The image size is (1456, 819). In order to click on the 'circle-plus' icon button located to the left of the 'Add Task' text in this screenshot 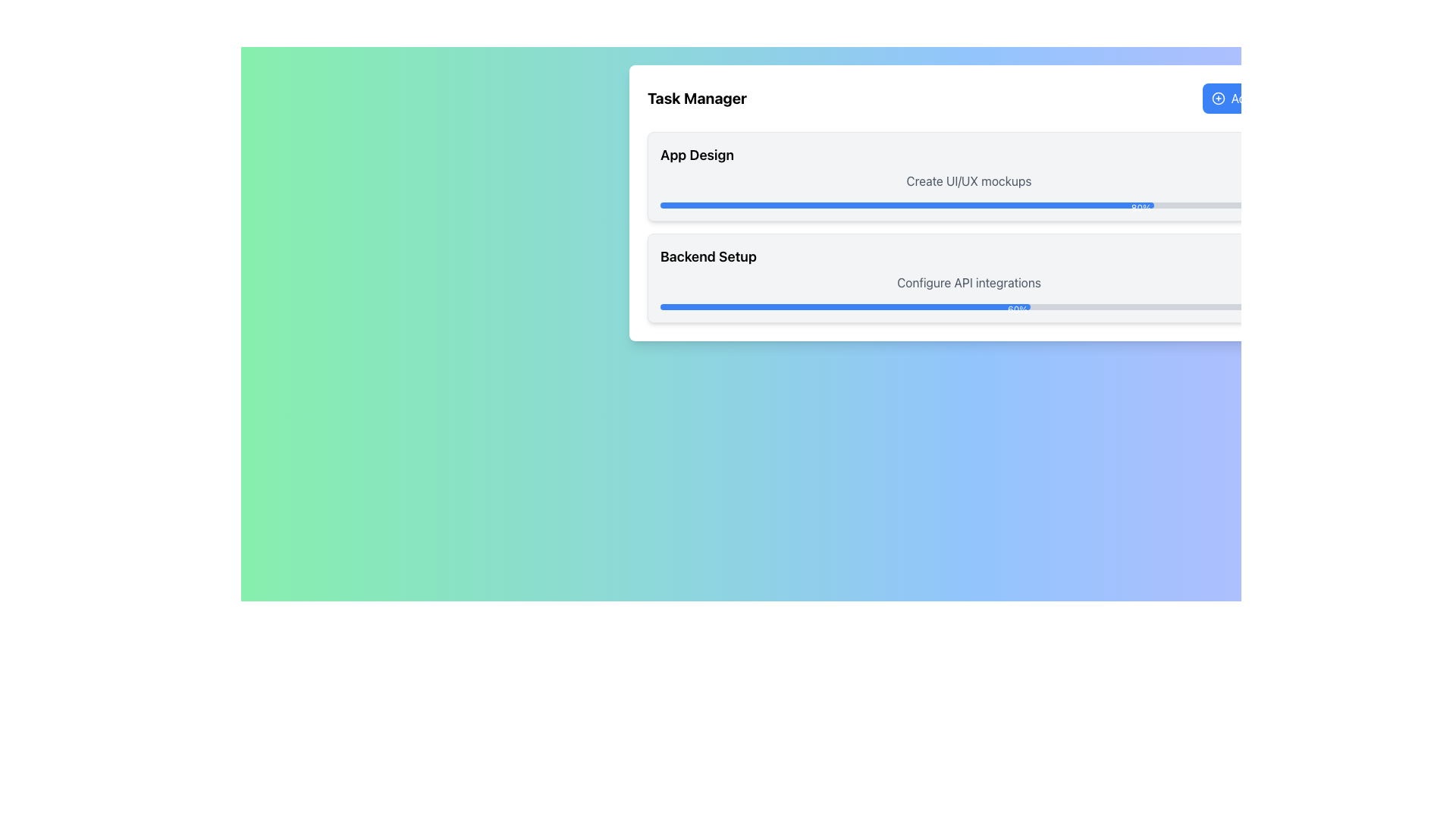, I will do `click(1218, 99)`.